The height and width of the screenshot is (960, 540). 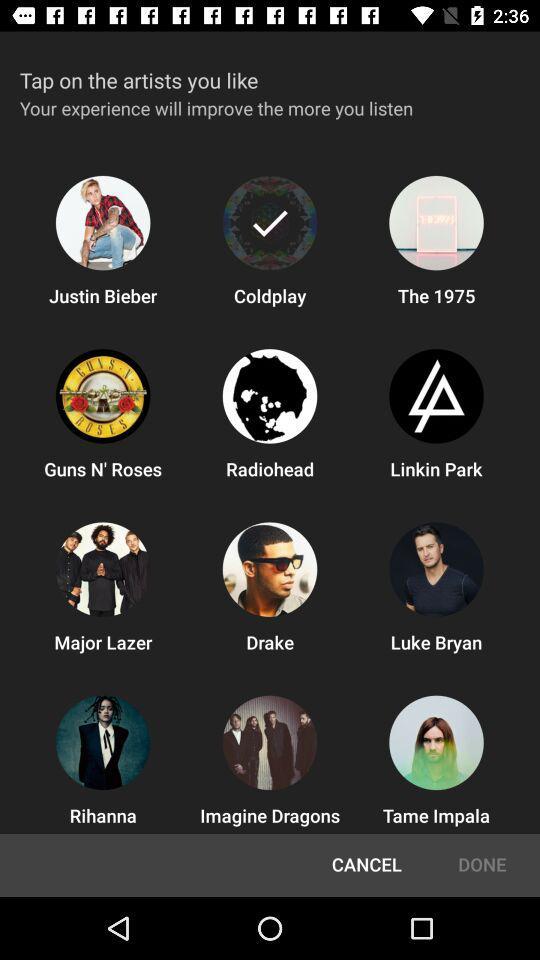 What do you see at coordinates (365, 864) in the screenshot?
I see `the cancel item` at bounding box center [365, 864].